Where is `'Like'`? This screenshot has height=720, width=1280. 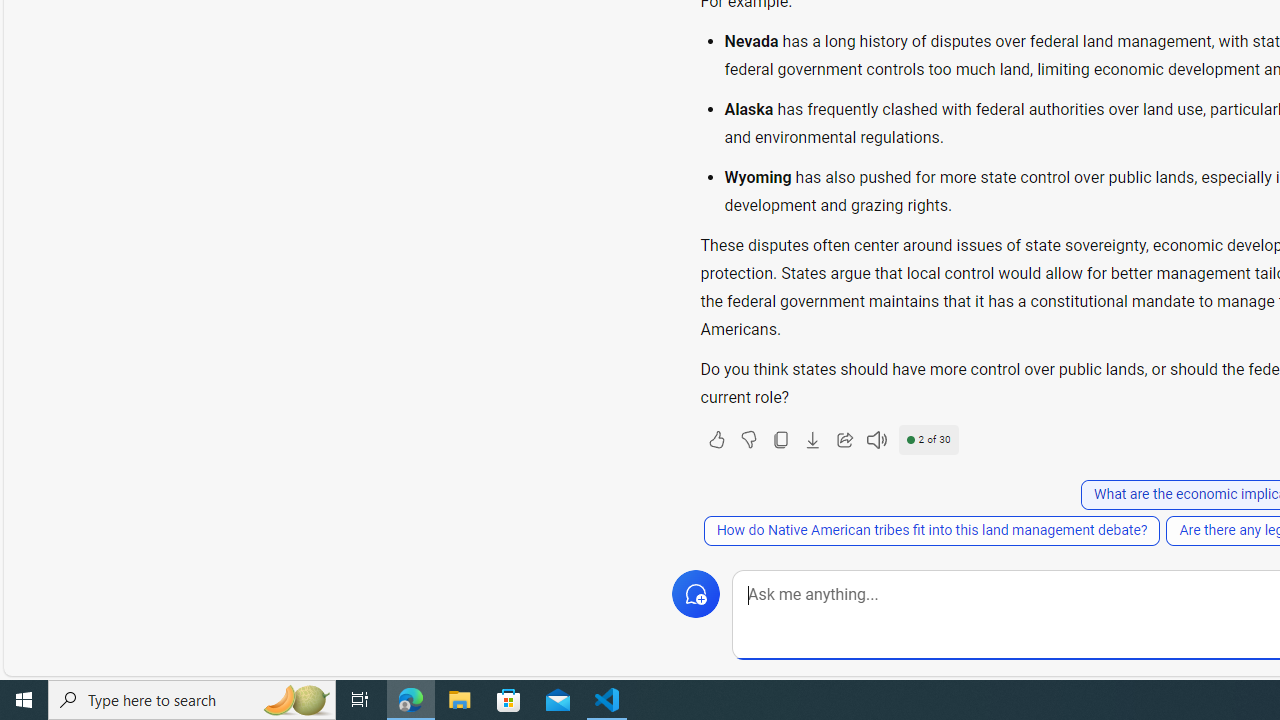 'Like' is located at coordinates (716, 438).